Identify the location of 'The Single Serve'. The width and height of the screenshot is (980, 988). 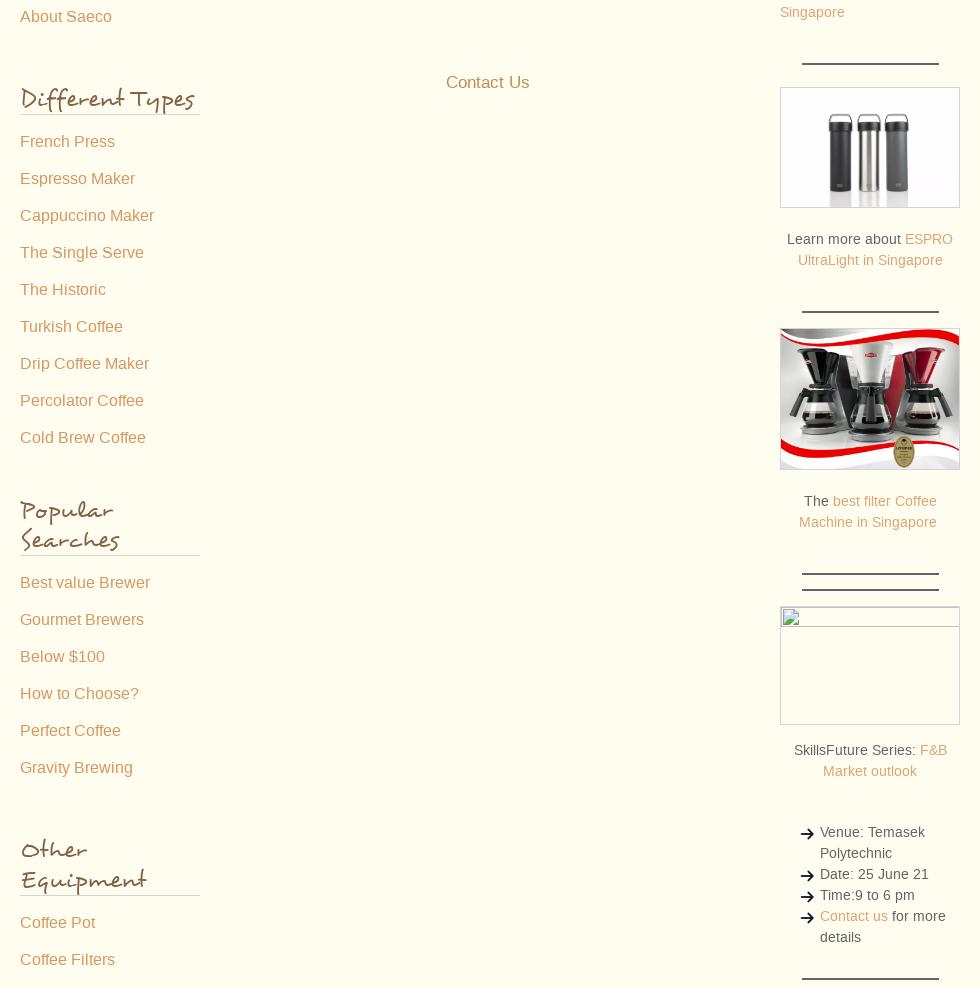
(82, 252).